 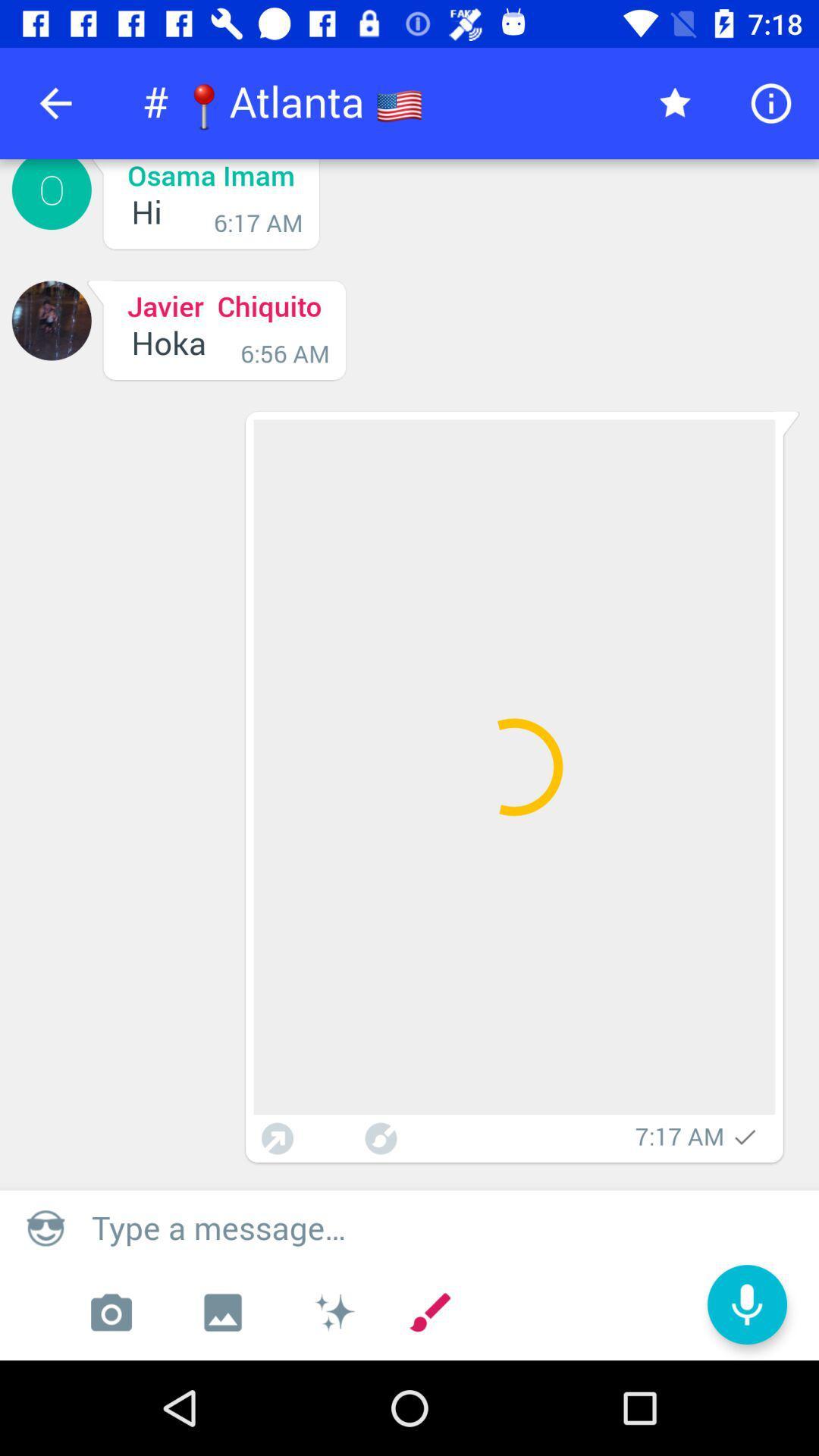 What do you see at coordinates (430, 1312) in the screenshot?
I see `the edit icon` at bounding box center [430, 1312].